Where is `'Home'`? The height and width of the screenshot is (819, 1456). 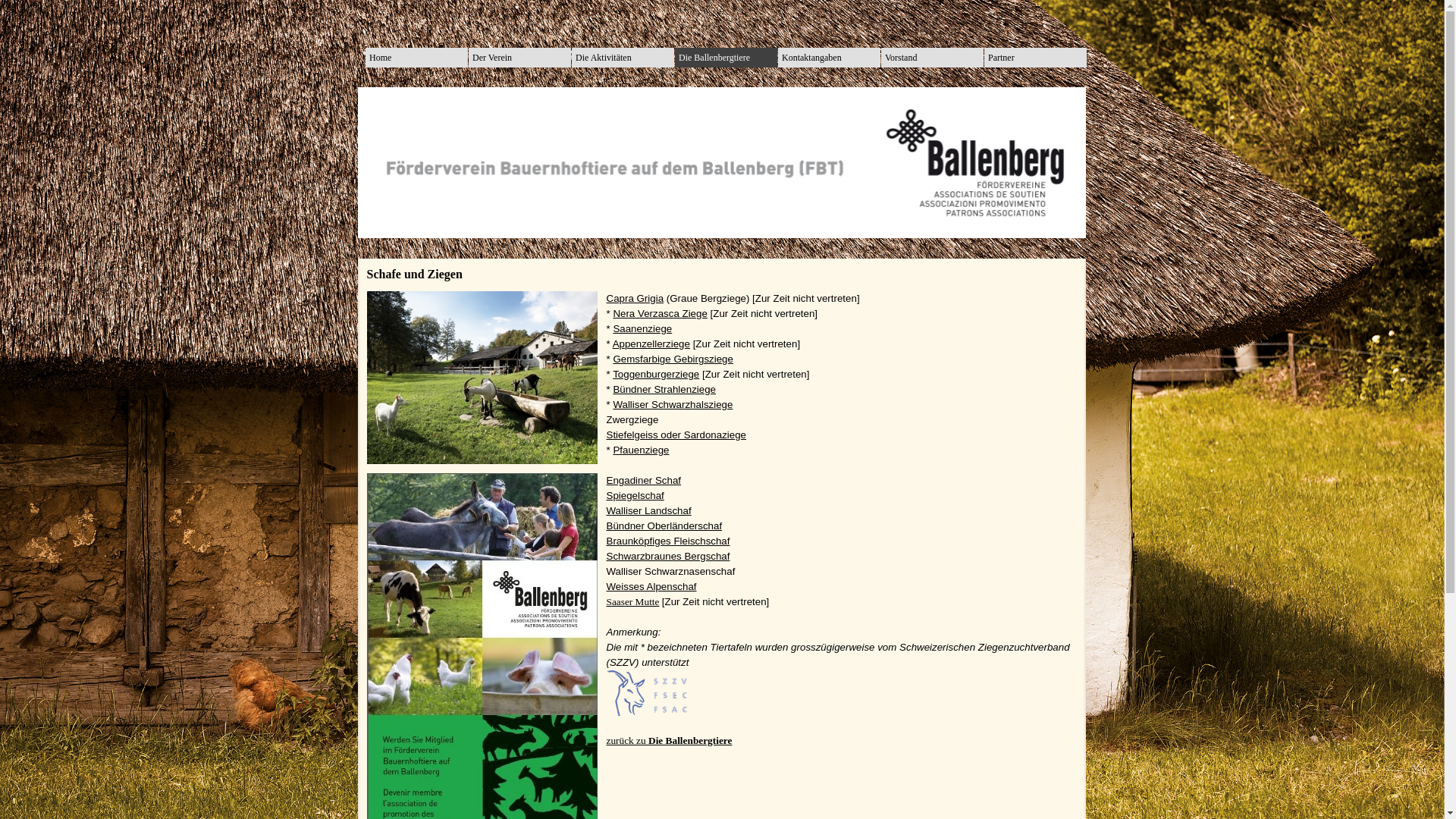
'Home' is located at coordinates (416, 57).